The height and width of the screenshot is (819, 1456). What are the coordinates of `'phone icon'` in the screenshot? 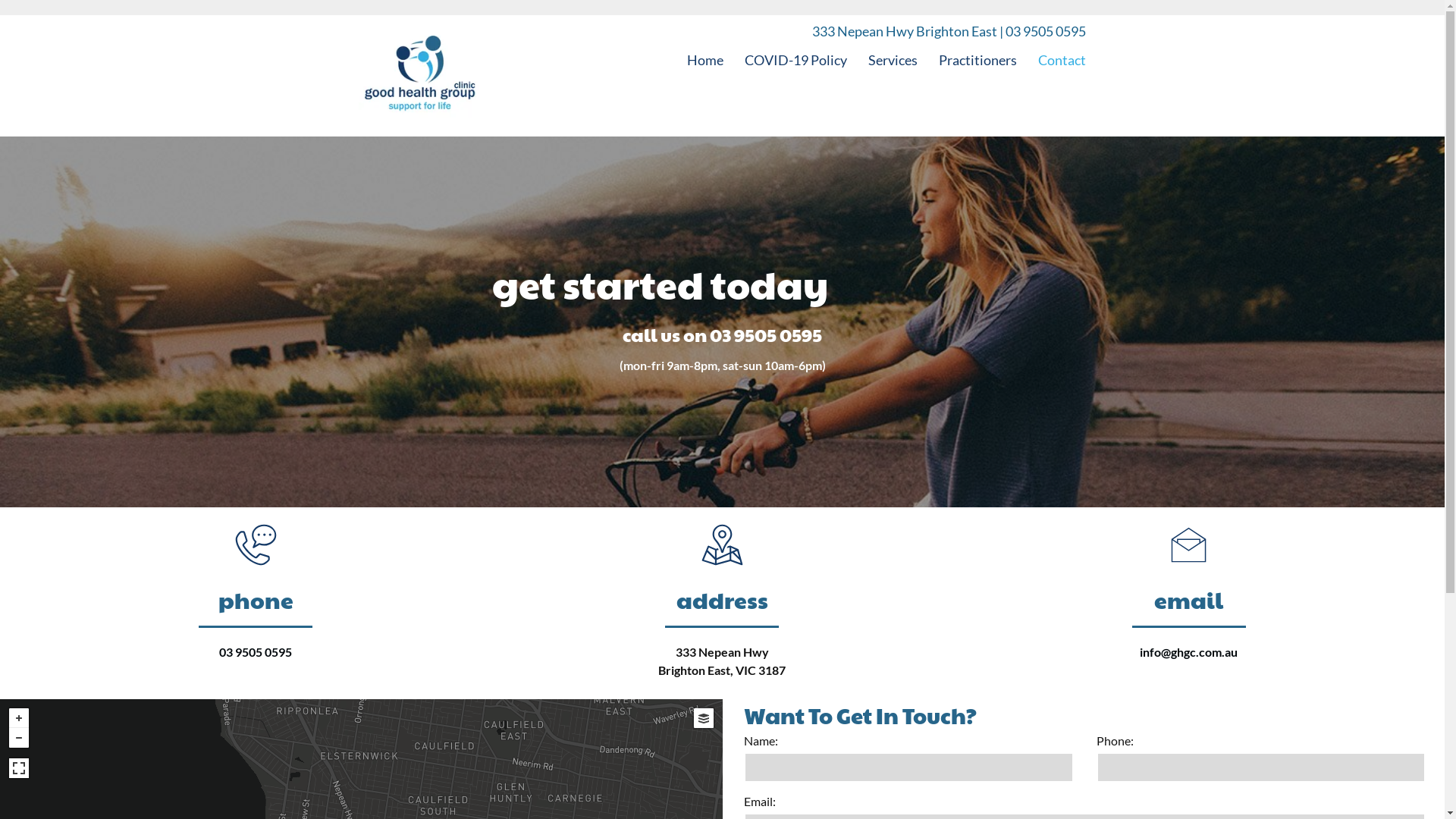 It's located at (226, 543).